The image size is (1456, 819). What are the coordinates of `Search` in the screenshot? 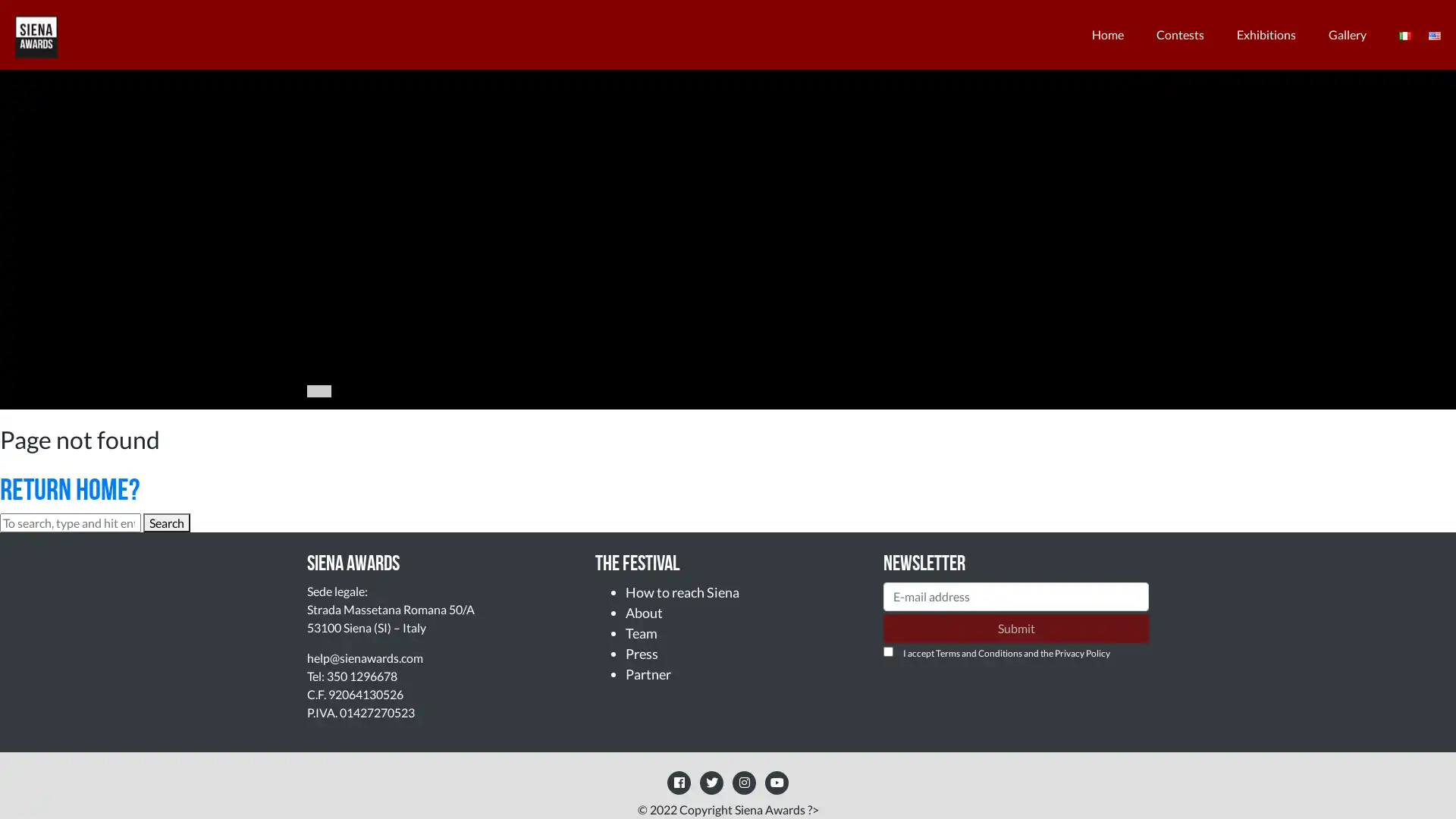 It's located at (167, 522).